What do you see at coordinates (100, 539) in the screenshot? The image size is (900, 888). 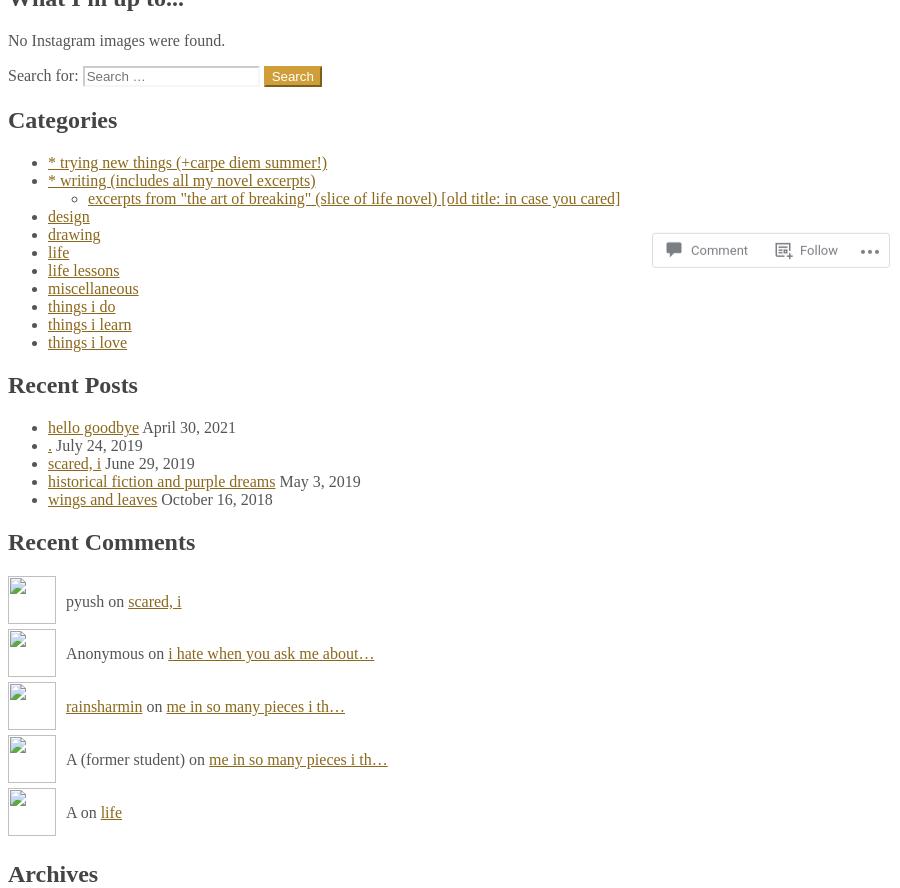 I see `'Recent Comments'` at bounding box center [100, 539].